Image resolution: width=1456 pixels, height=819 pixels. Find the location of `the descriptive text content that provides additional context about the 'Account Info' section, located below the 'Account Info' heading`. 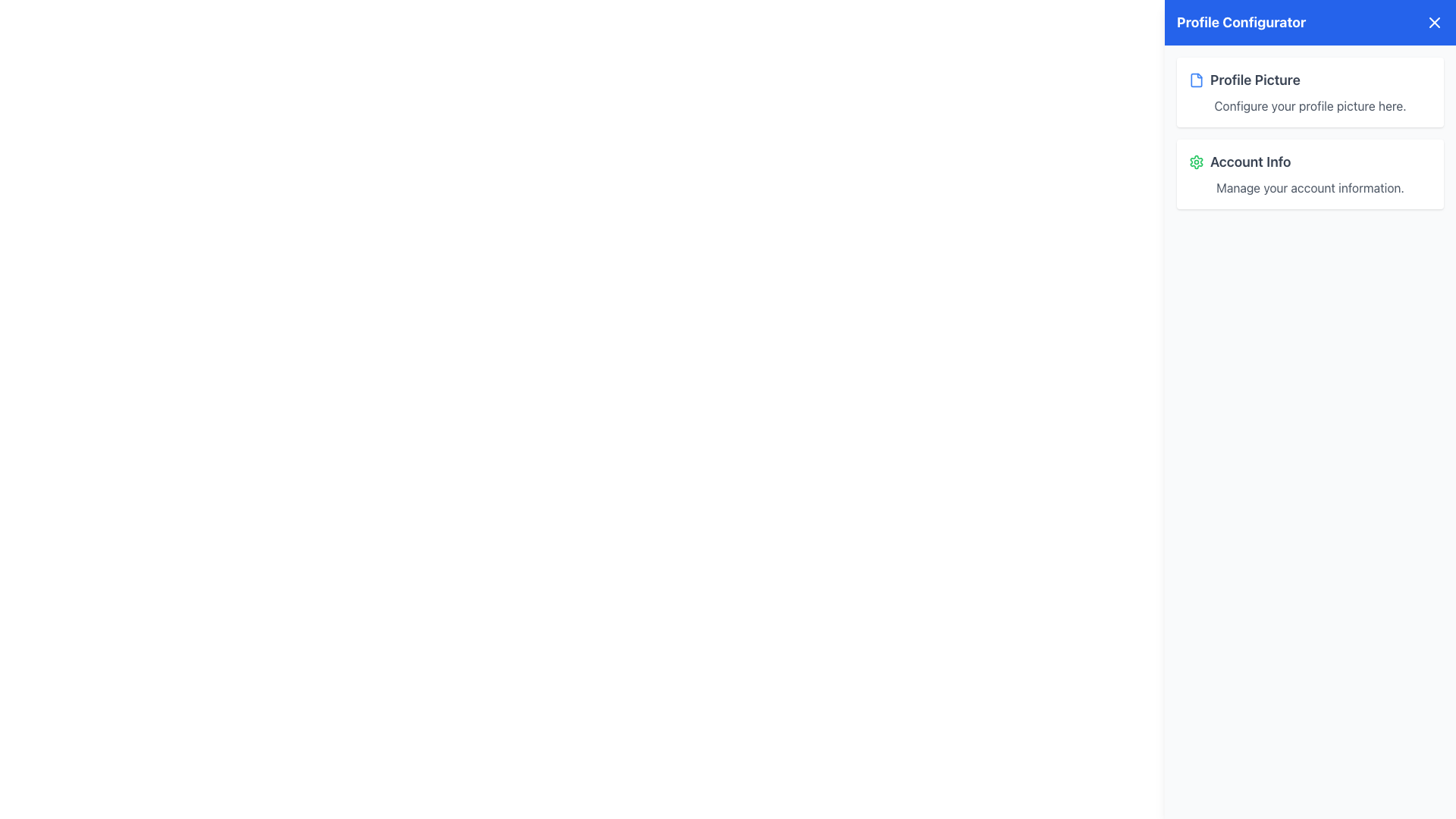

the descriptive text content that provides additional context about the 'Account Info' section, located below the 'Account Info' heading is located at coordinates (1310, 187).